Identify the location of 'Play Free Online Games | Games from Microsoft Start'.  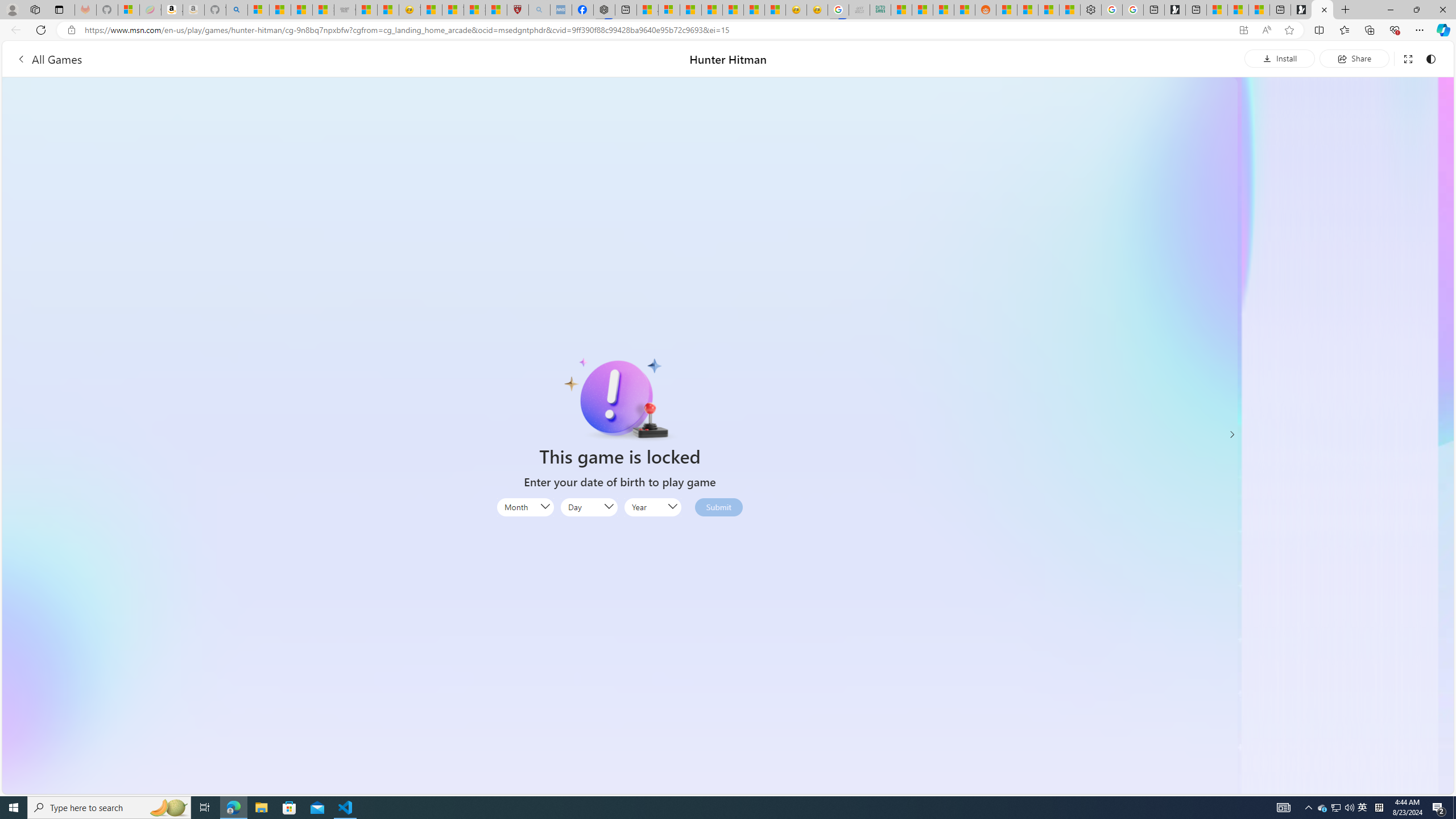
(1300, 9).